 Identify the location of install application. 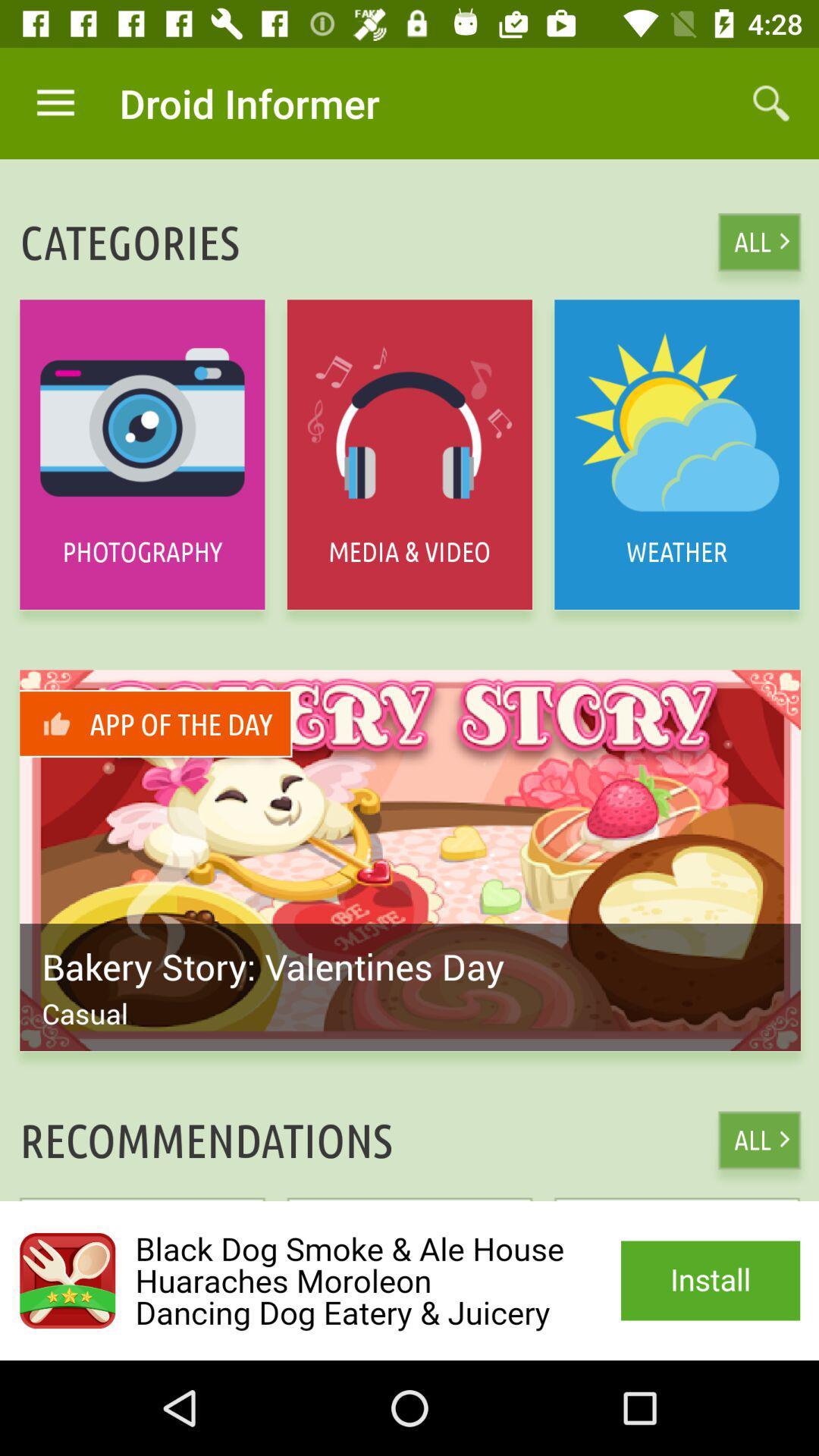
(409, 1280).